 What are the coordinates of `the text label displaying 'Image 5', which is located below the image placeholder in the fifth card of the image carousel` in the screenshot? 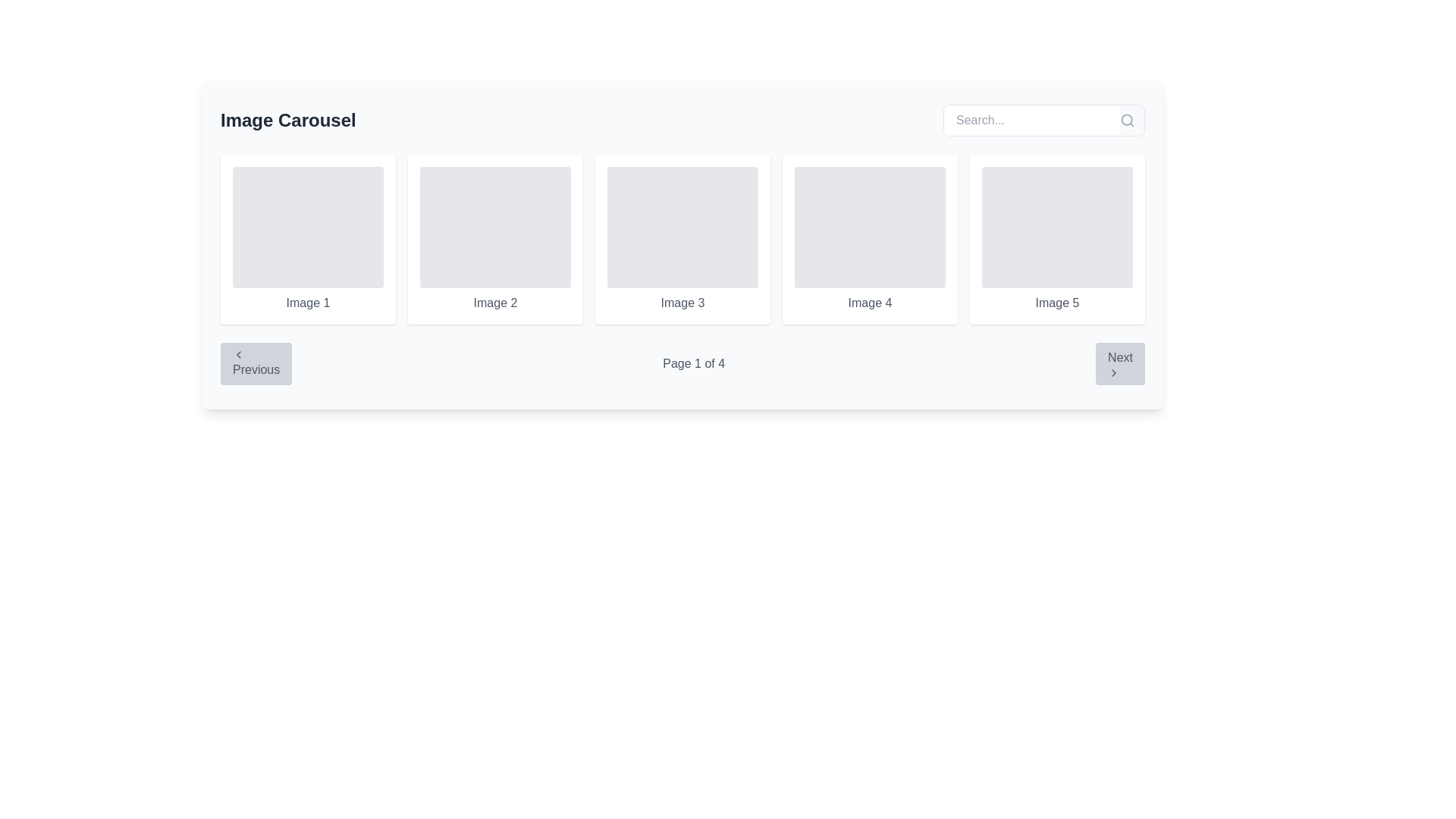 It's located at (1056, 303).